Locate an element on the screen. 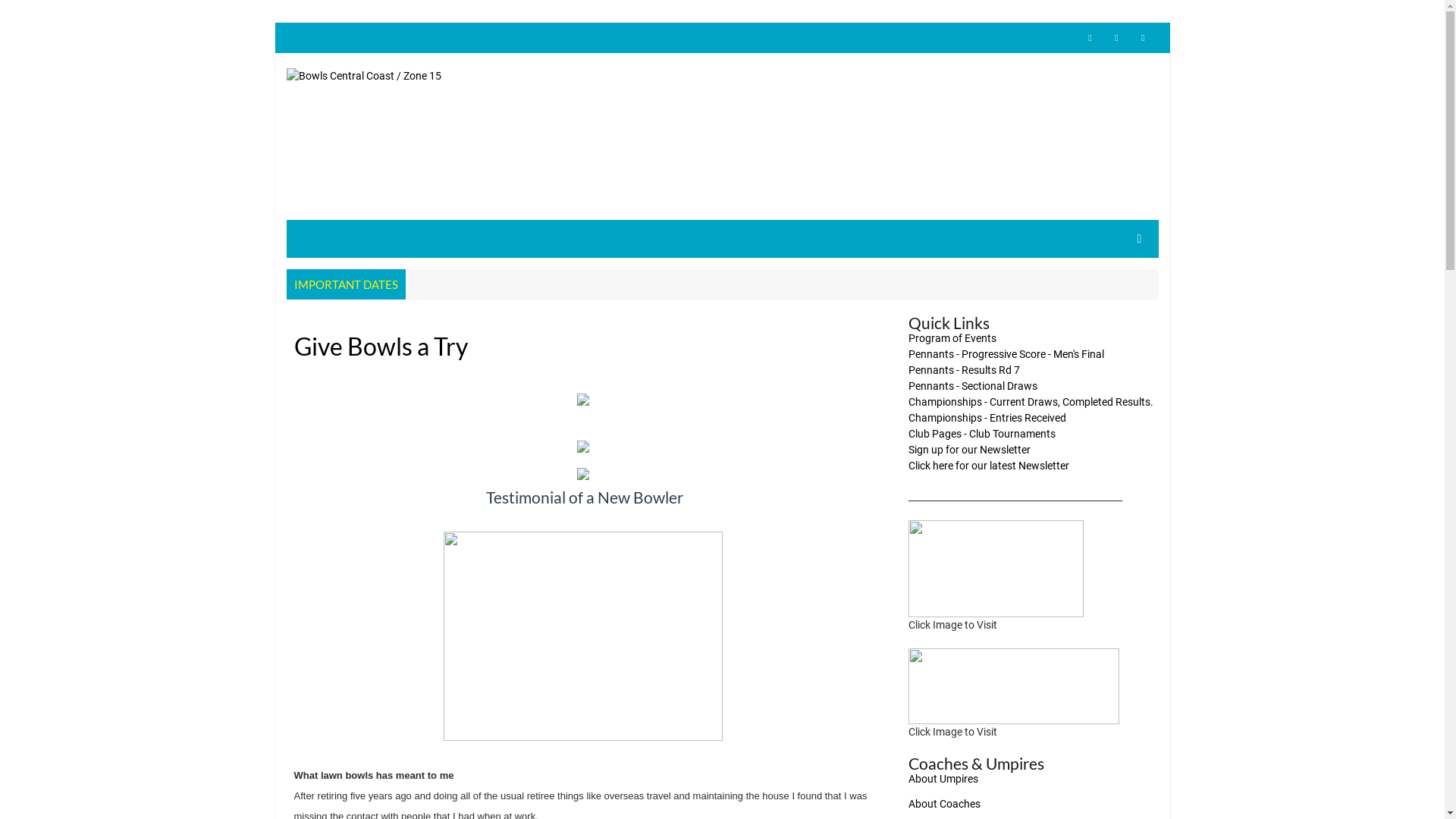 This screenshot has height=819, width=1456. 'instagram' is located at coordinates (1143, 37).